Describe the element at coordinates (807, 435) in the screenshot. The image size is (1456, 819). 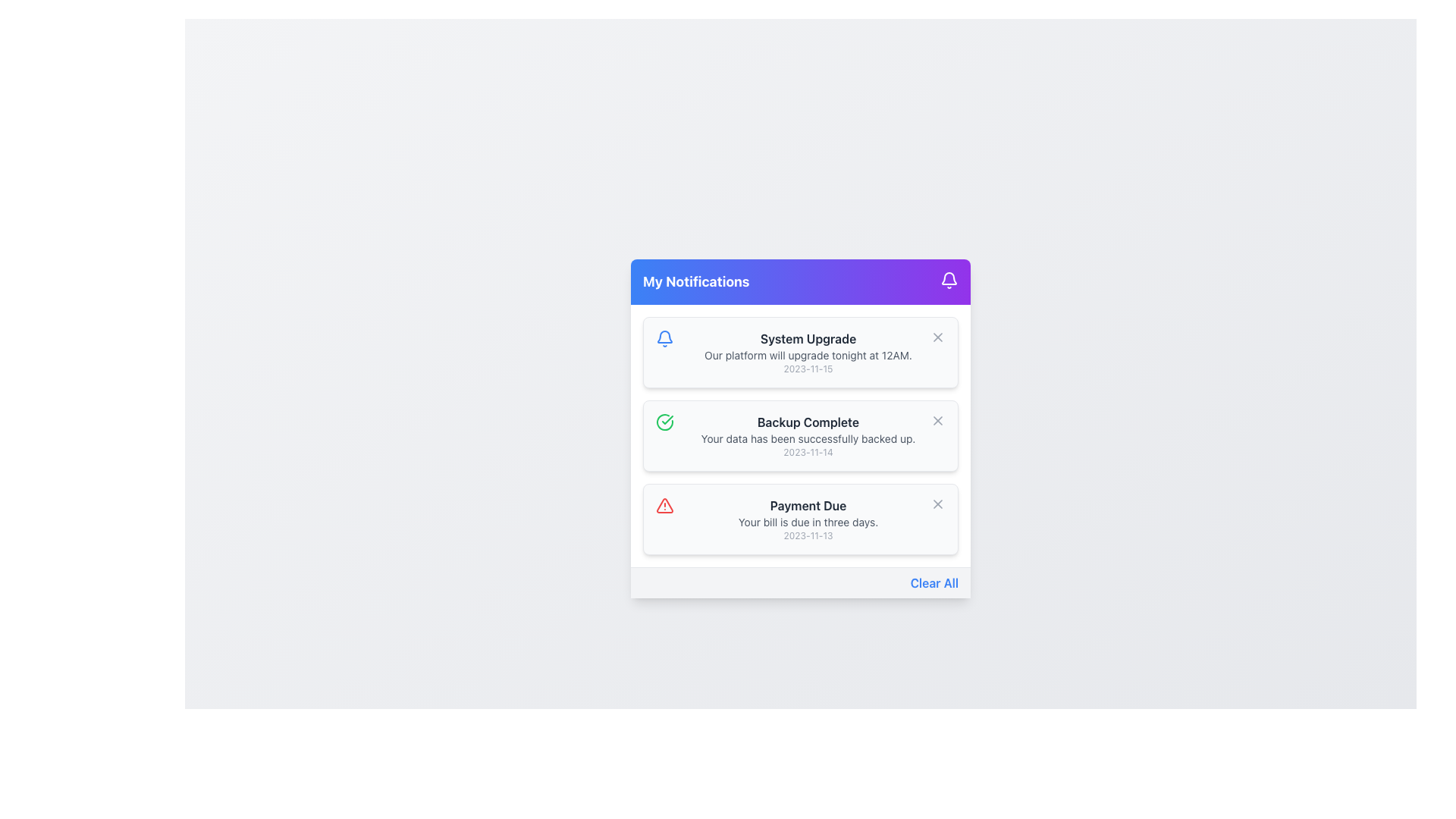
I see `the Text-based Notification Block displaying 'Backup Complete', 'Your data has been successfully backed up.', and the date '2023-11-14'` at that location.